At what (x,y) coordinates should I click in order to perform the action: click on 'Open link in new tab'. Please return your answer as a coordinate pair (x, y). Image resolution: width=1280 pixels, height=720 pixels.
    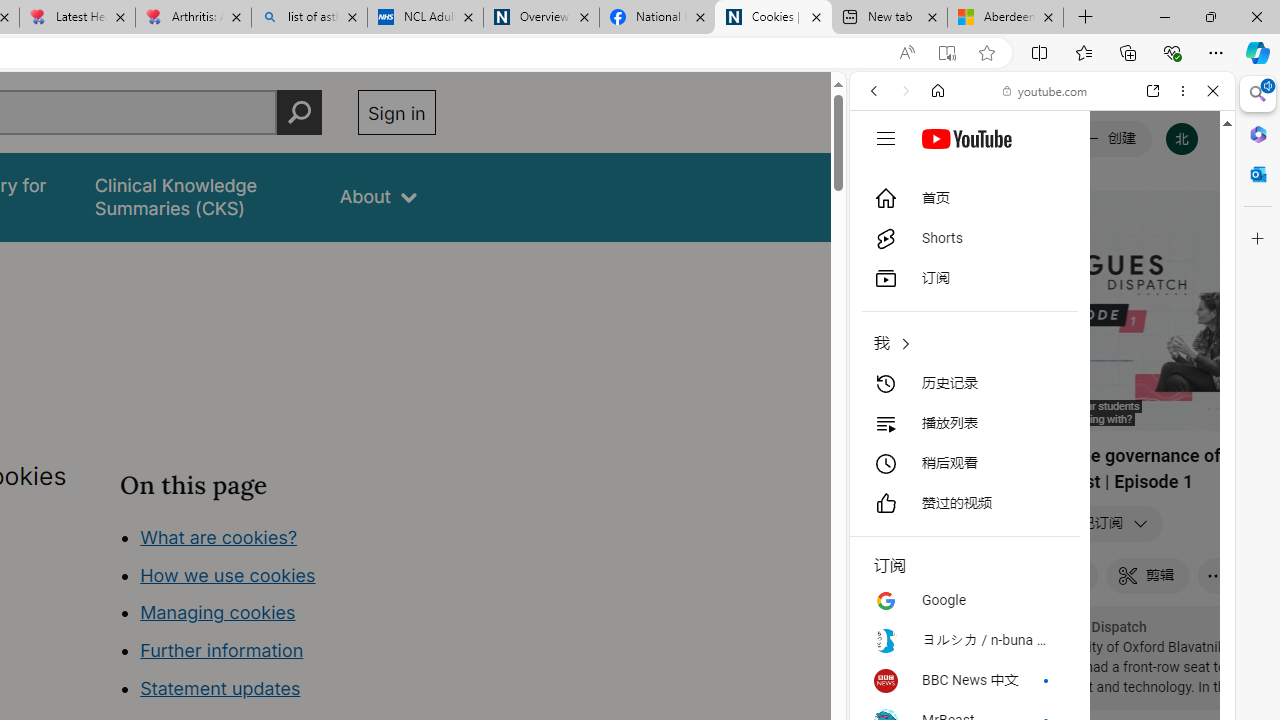
    Looking at the image, I should click on (1153, 91).